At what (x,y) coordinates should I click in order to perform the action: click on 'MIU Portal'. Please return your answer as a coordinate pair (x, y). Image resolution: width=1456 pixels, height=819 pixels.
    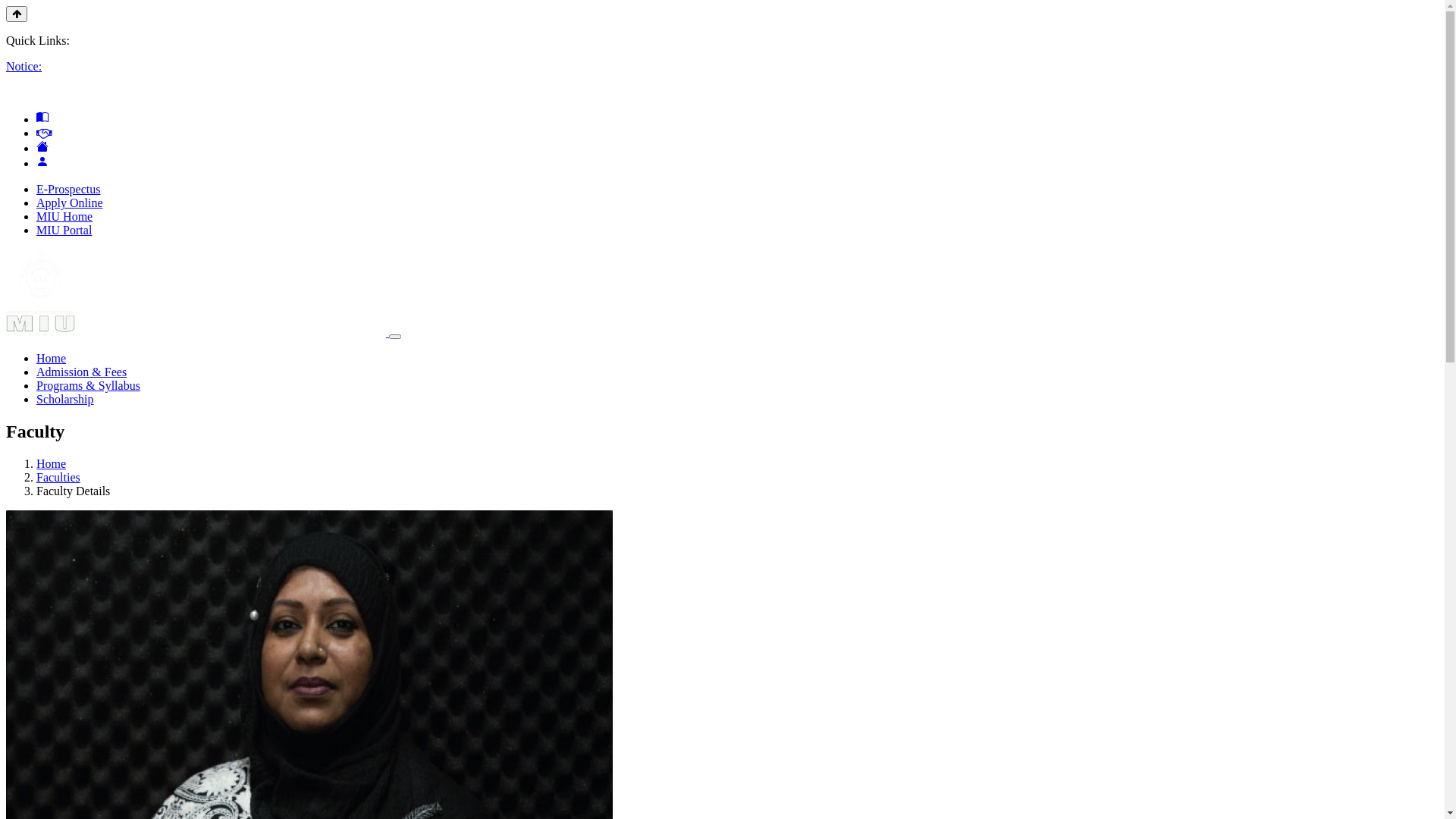
    Looking at the image, I should click on (63, 230).